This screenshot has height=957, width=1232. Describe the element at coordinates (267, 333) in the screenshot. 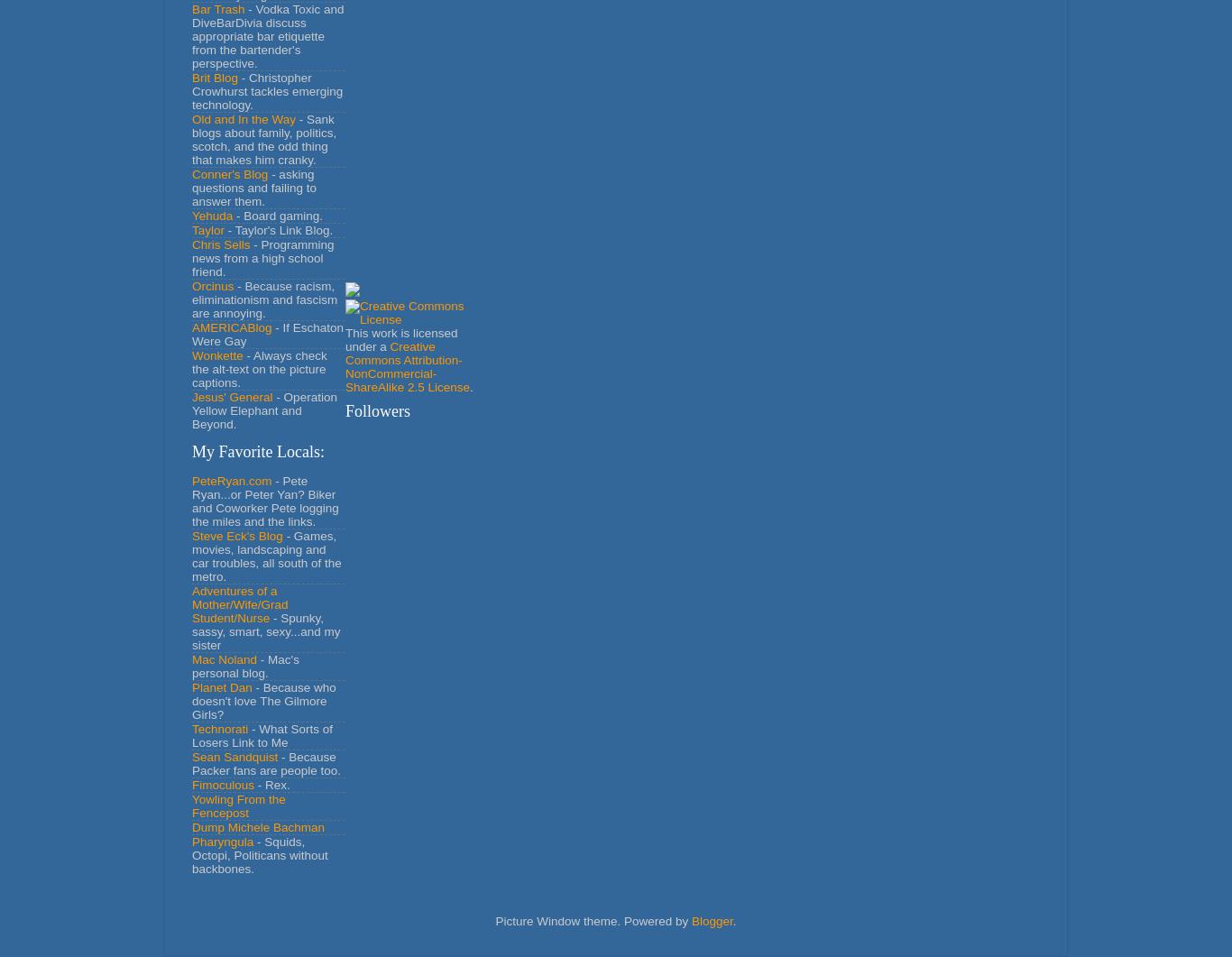

I see `'- If Eschaton Were Gay'` at that location.